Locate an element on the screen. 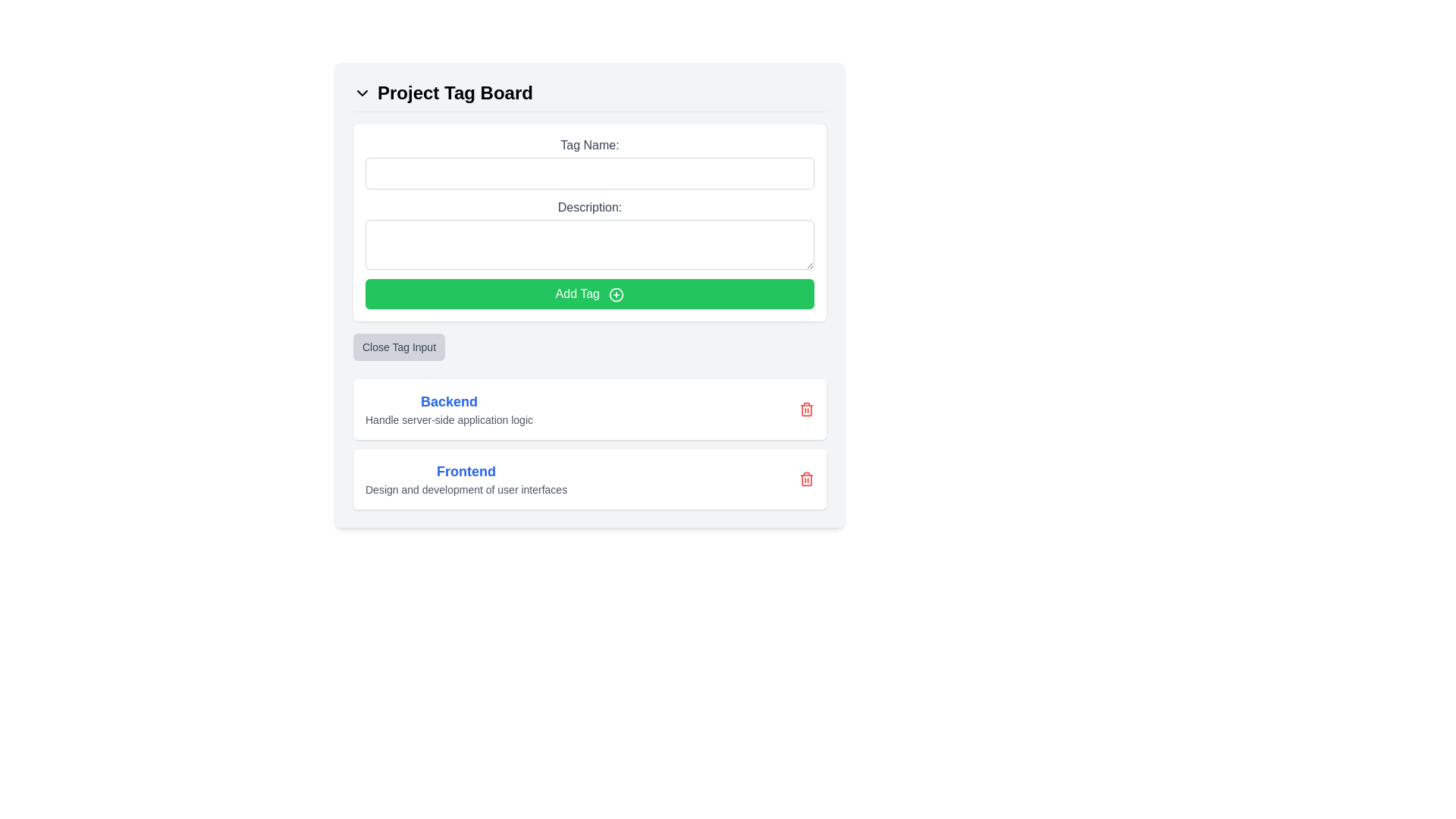 This screenshot has height=819, width=1456. the Text display element that provides information about the 'Frontend' tag, located below the 'Backend' item in the 'Project Tag Board' is located at coordinates (466, 479).